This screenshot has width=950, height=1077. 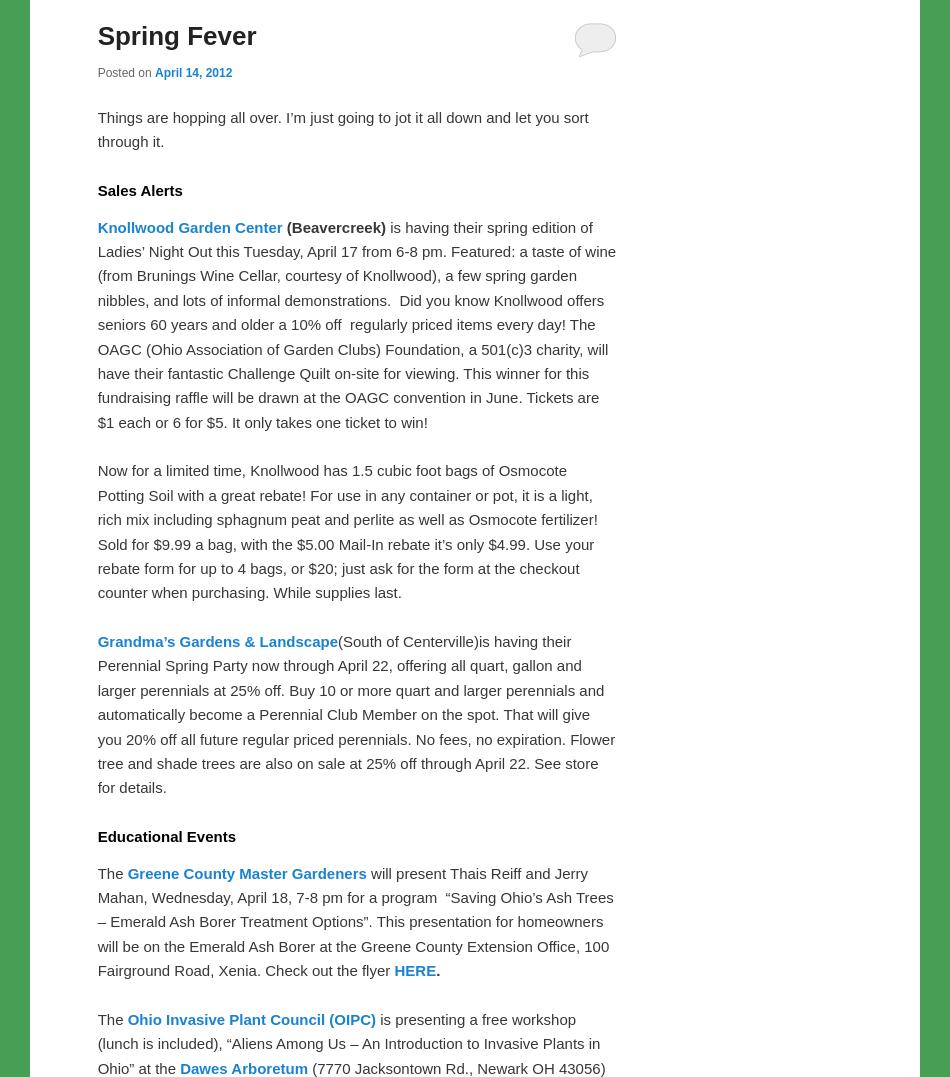 What do you see at coordinates (139, 189) in the screenshot?
I see `'Sales Alerts'` at bounding box center [139, 189].